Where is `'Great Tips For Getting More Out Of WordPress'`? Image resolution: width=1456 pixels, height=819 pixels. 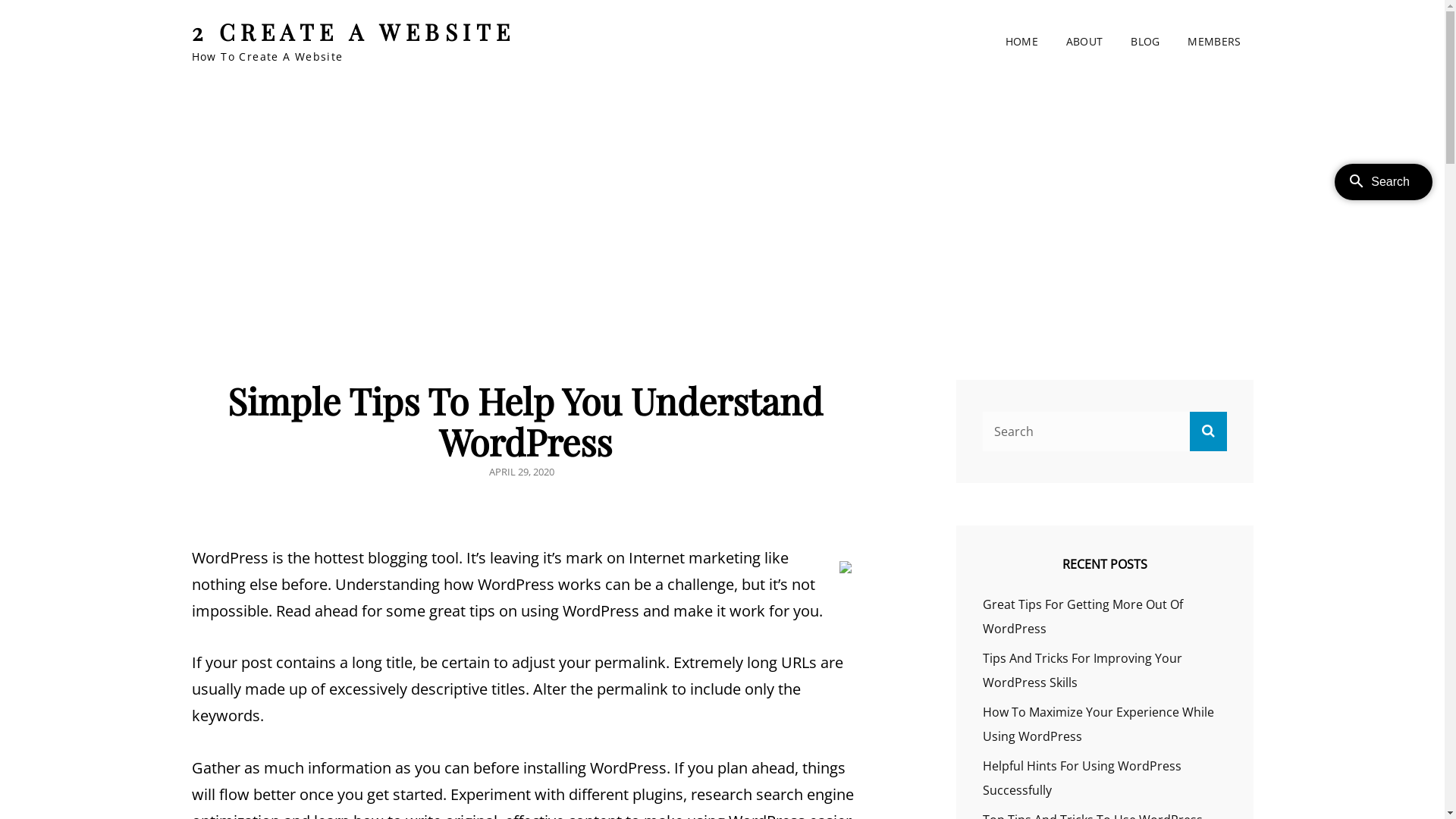
'Great Tips For Getting More Out Of WordPress' is located at coordinates (1082, 617).